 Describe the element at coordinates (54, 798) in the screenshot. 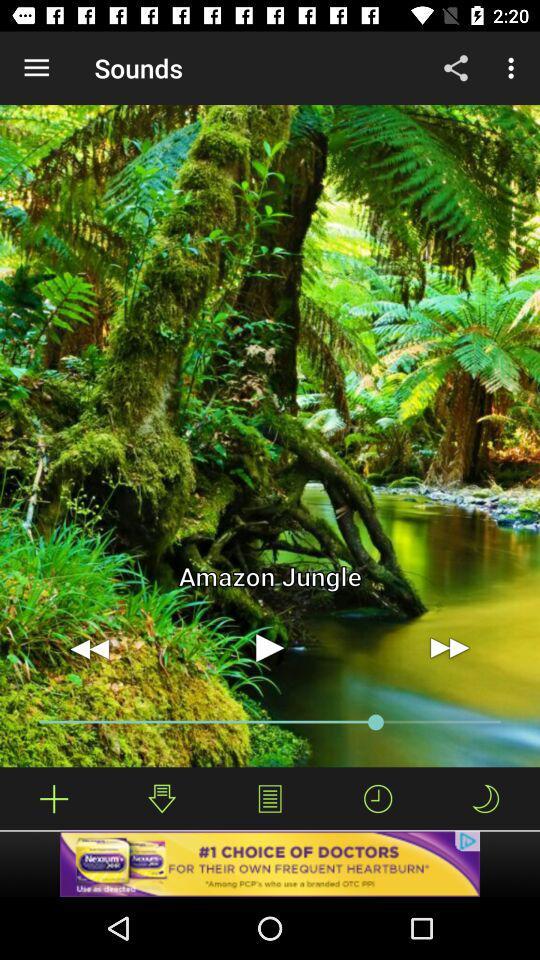

I see `the file` at that location.